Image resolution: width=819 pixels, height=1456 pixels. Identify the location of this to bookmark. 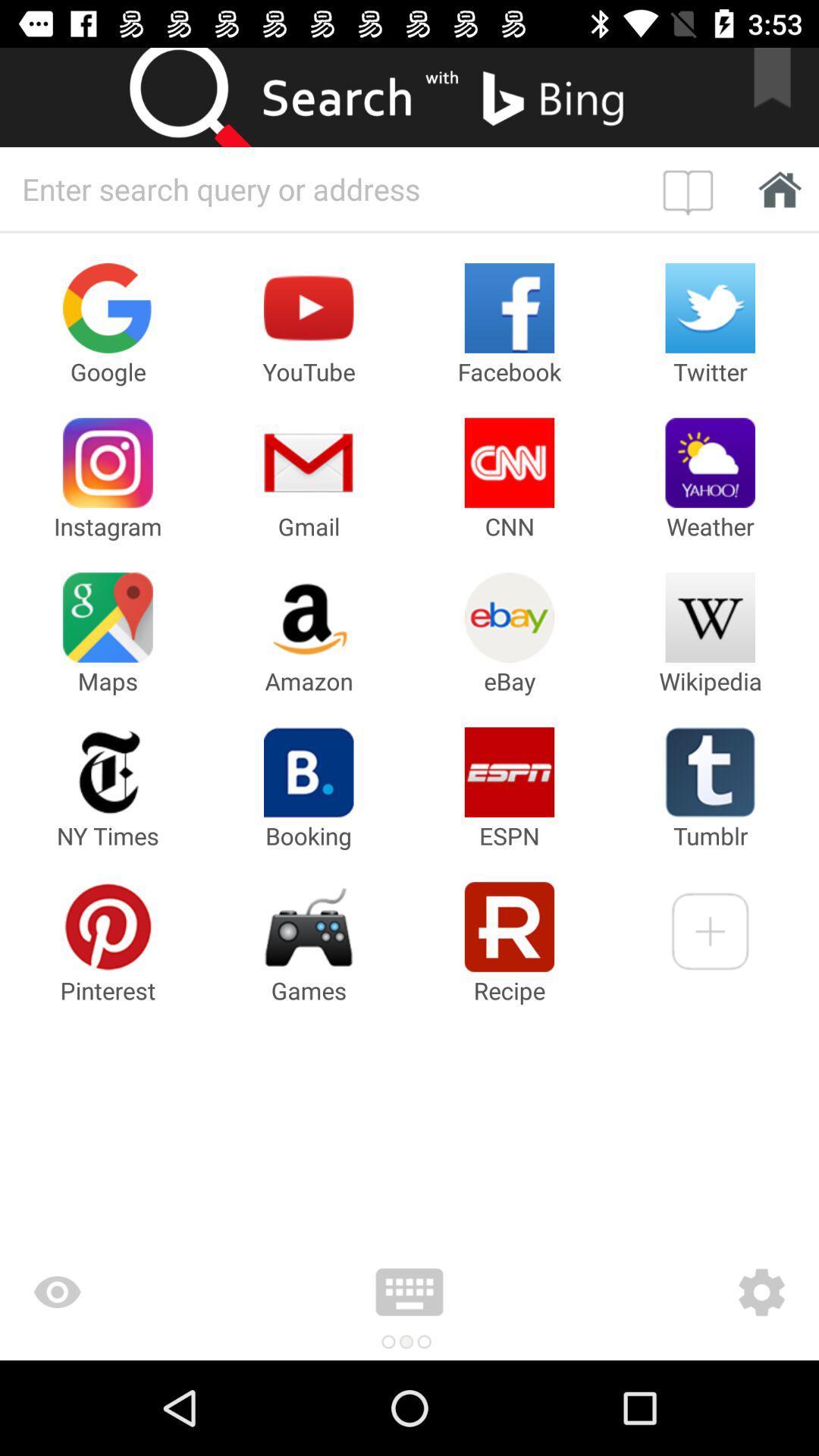
(782, 96).